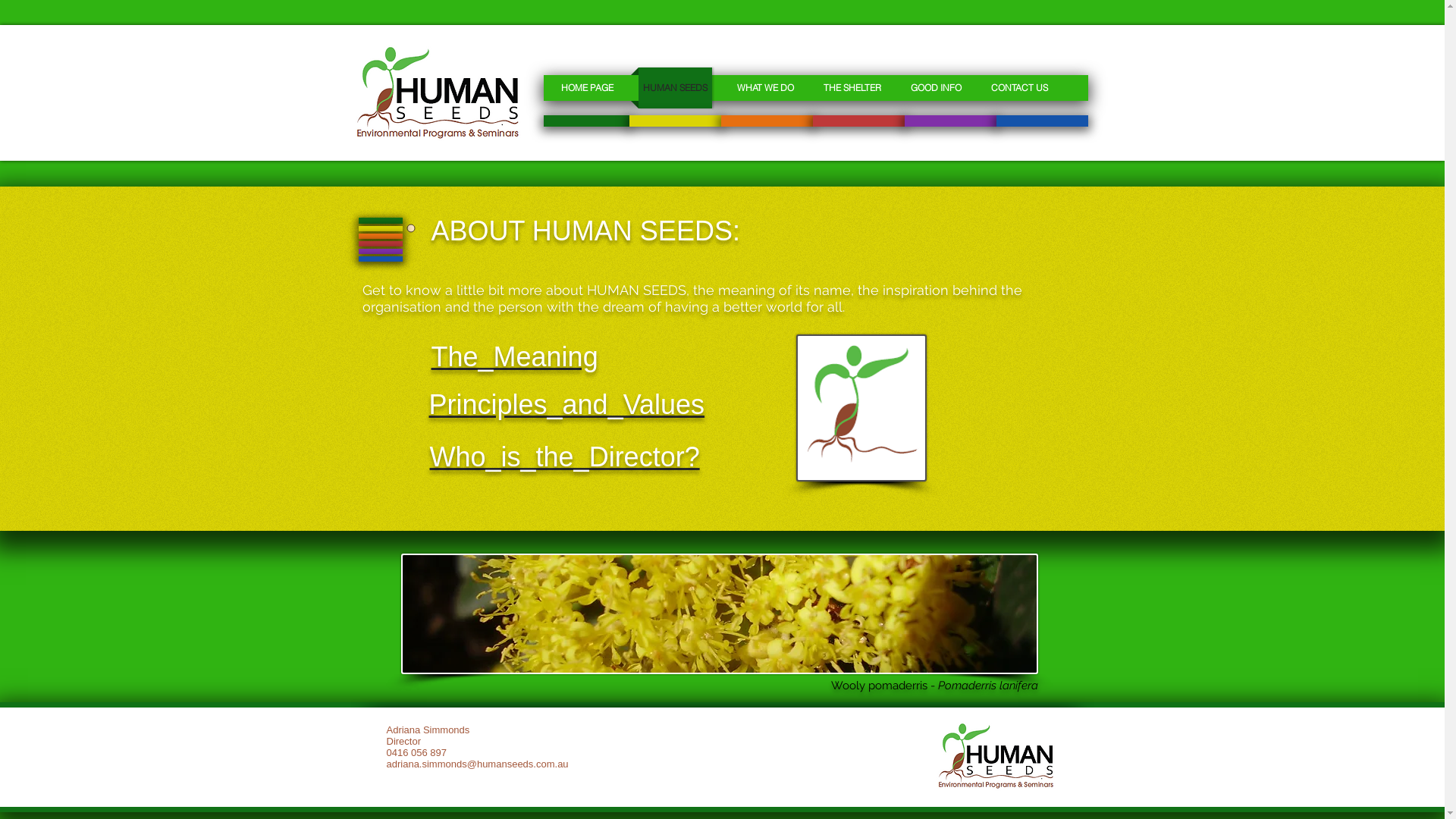 This screenshot has width=1456, height=819. I want to click on 'HUMAN SEEDS', so click(674, 87).